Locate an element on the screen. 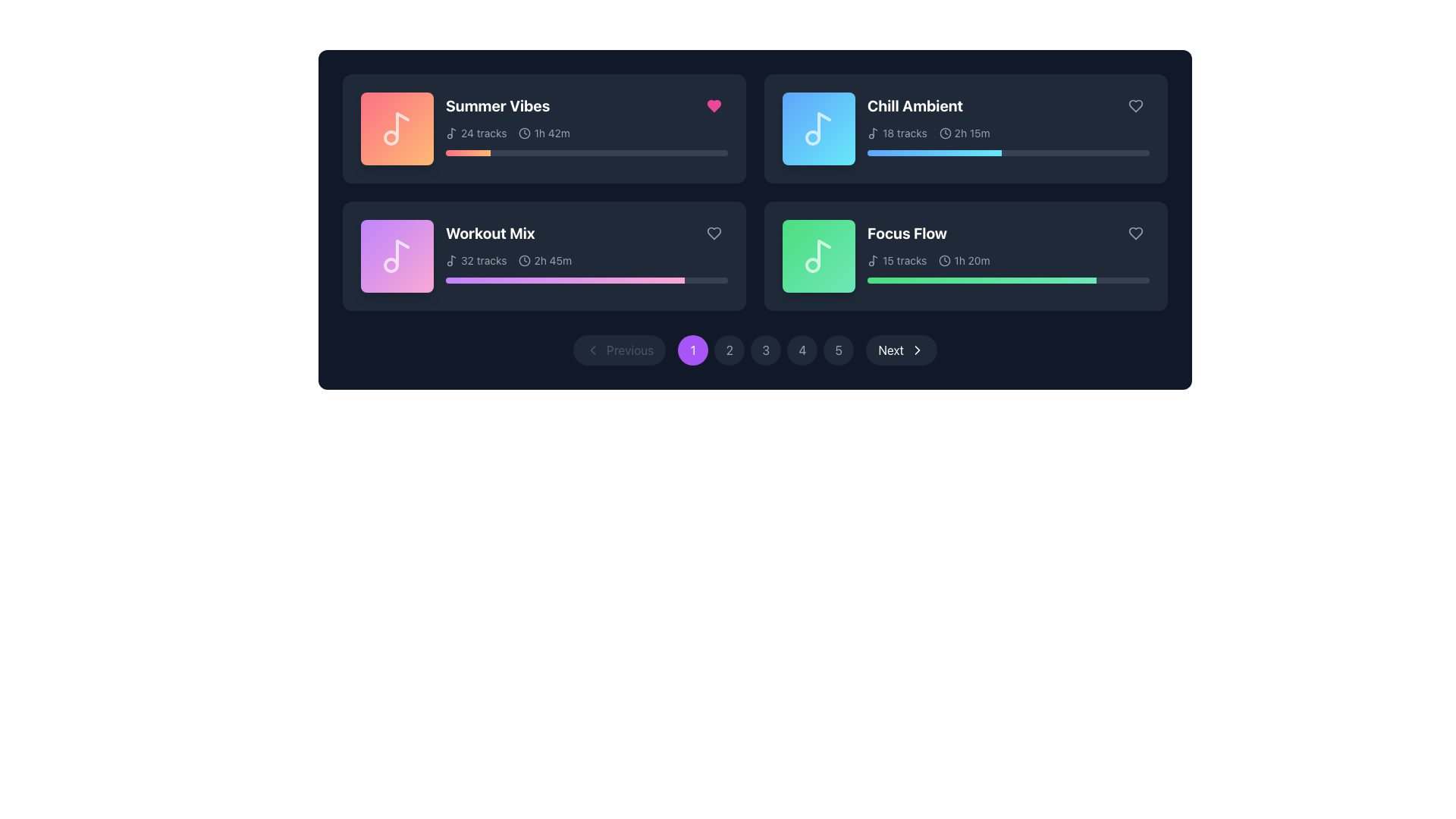 The height and width of the screenshot is (819, 1456). the inactive navigation button for the previous page located at the bottom-center of the interface, which is grayed-out and positioned first in the pagination control bar is located at coordinates (620, 350).